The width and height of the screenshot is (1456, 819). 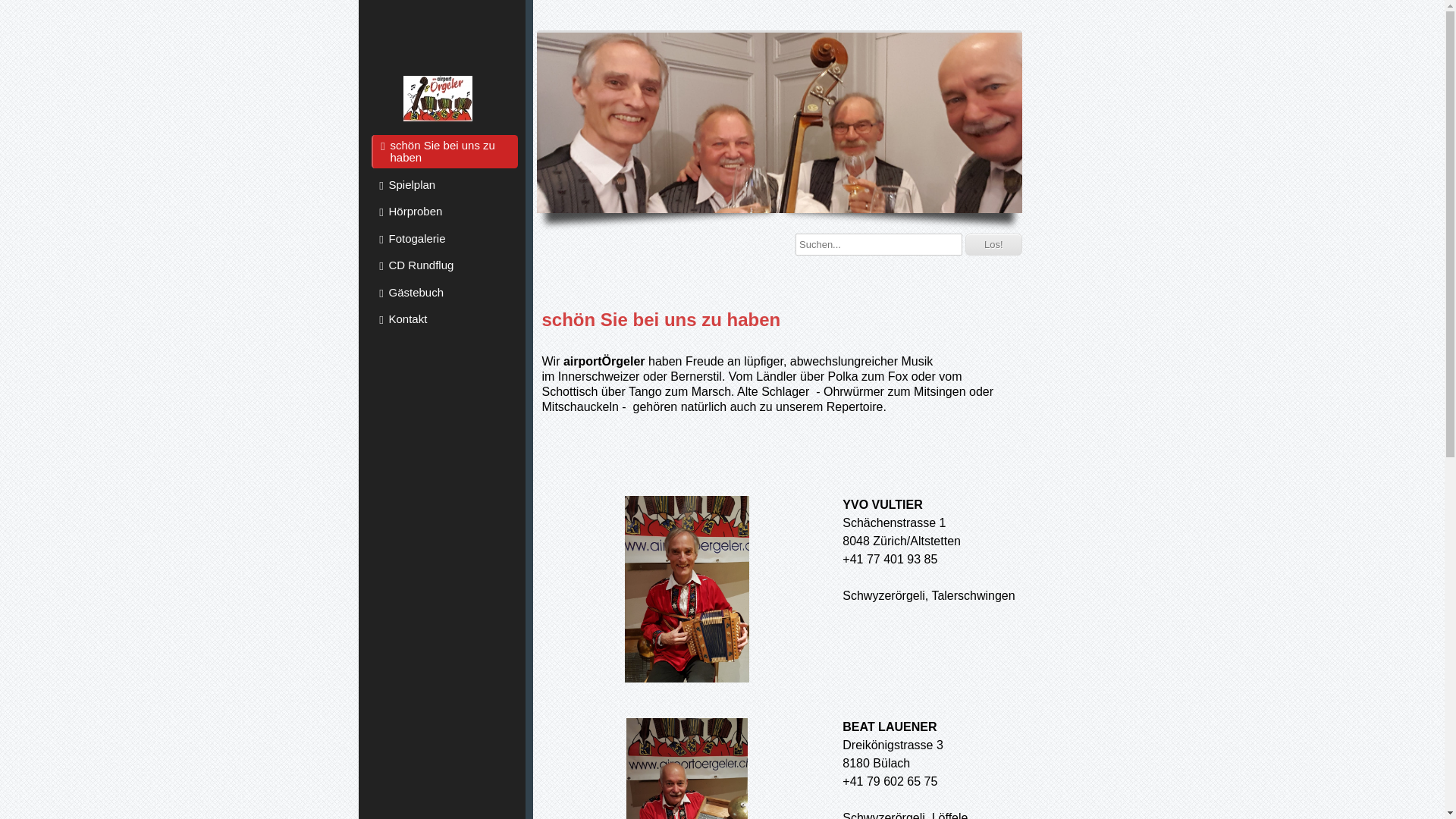 I want to click on 'Fotogalerie', so click(x=444, y=237).